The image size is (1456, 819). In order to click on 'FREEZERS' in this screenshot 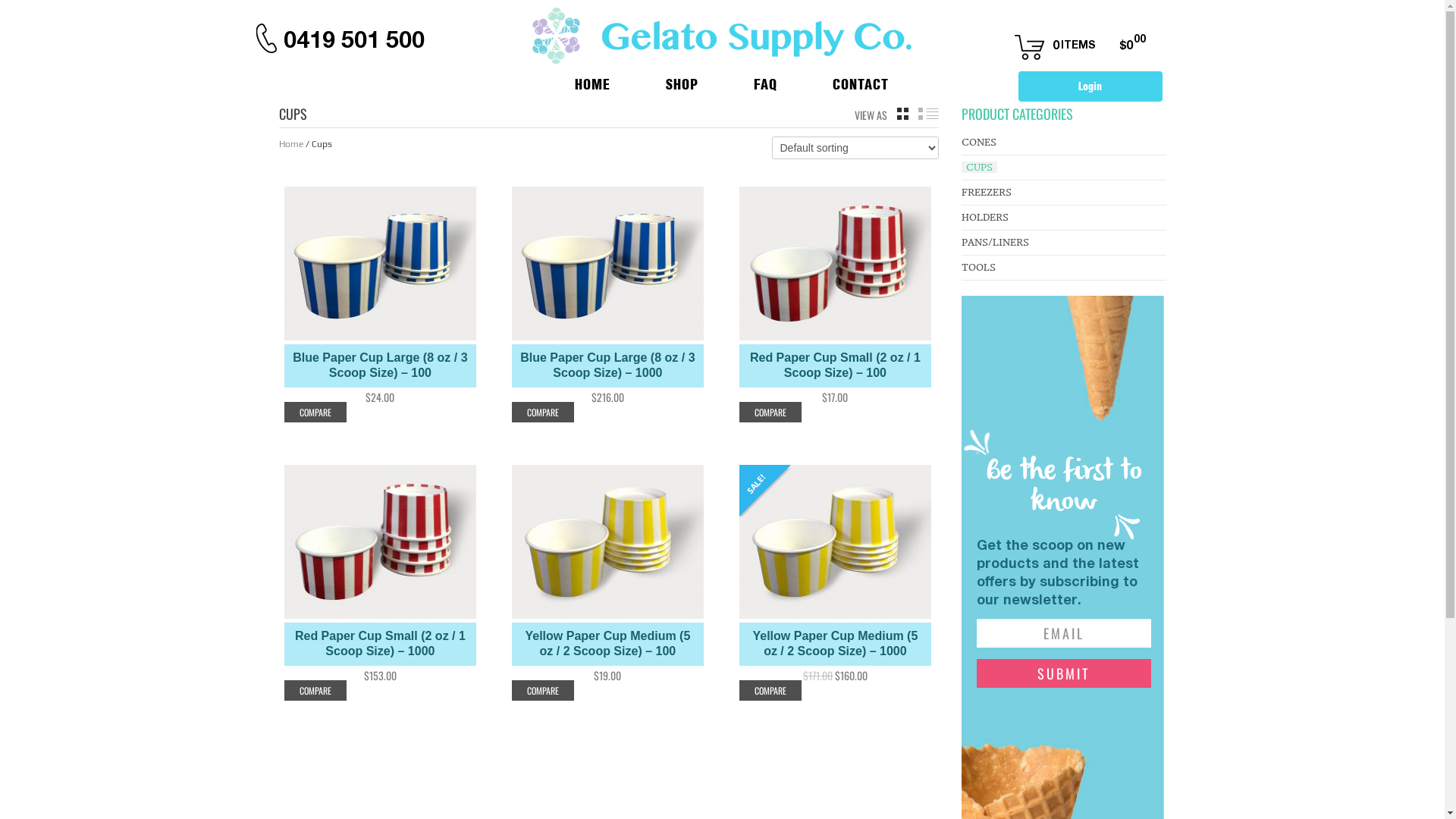, I will do `click(986, 191)`.